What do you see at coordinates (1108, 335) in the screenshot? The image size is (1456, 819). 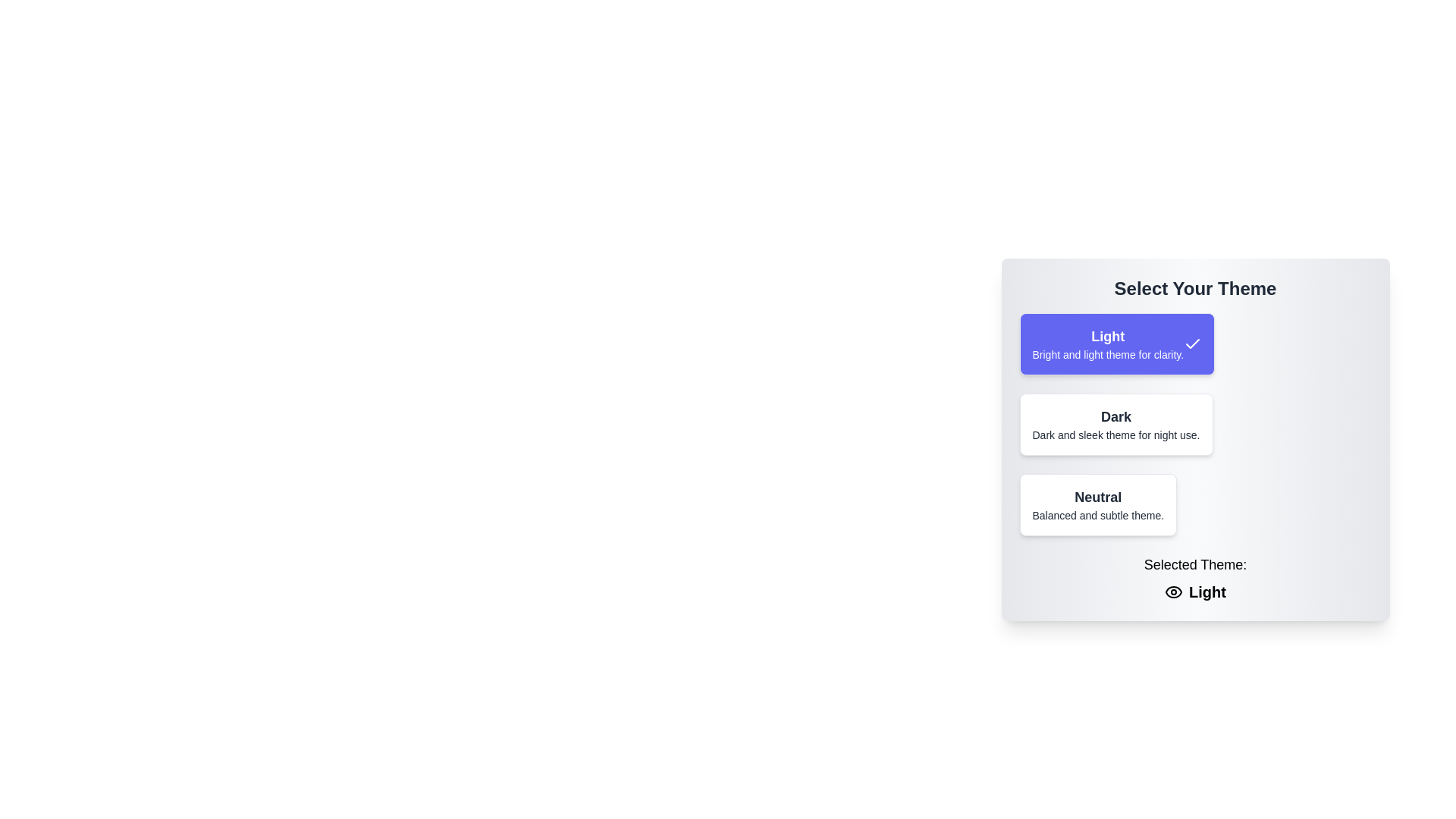 I see `the Text Label that identifies the 'Light' card in the theme selection interface, positioned at the top of the purple card` at bounding box center [1108, 335].